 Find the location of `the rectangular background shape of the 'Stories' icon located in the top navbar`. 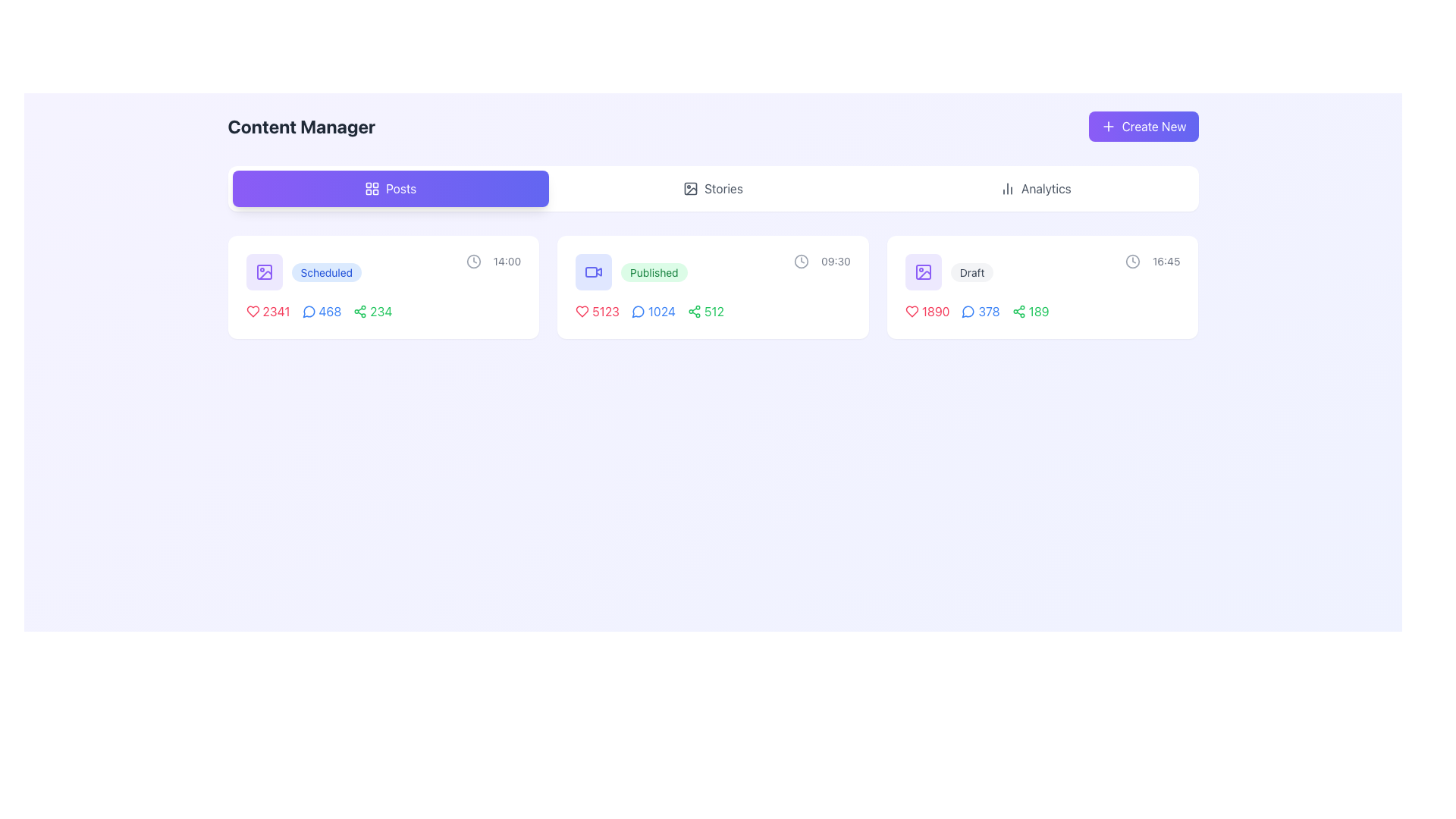

the rectangular background shape of the 'Stories' icon located in the top navbar is located at coordinates (690, 188).